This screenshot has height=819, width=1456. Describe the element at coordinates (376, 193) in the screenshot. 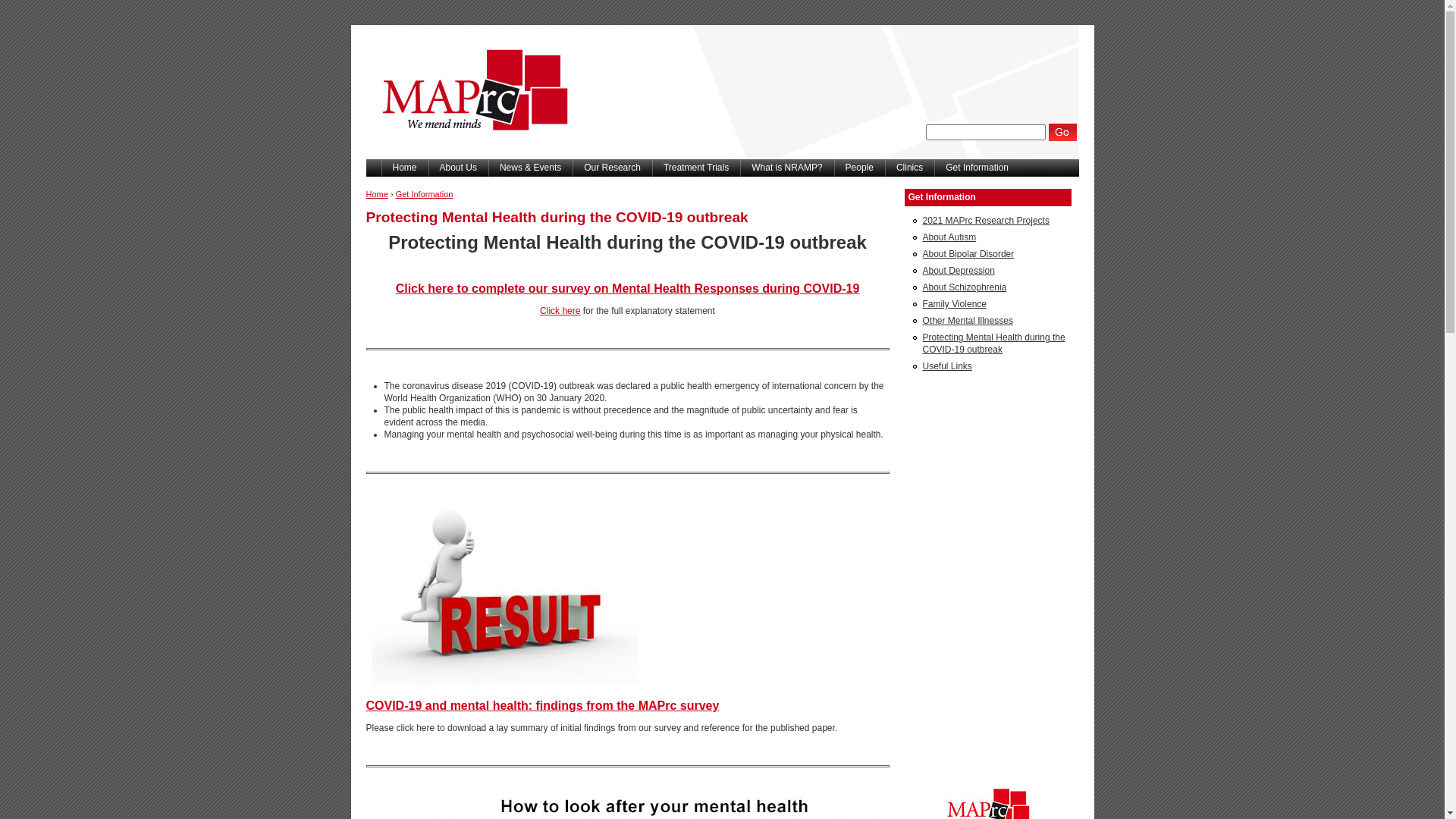

I see `'Home'` at that location.